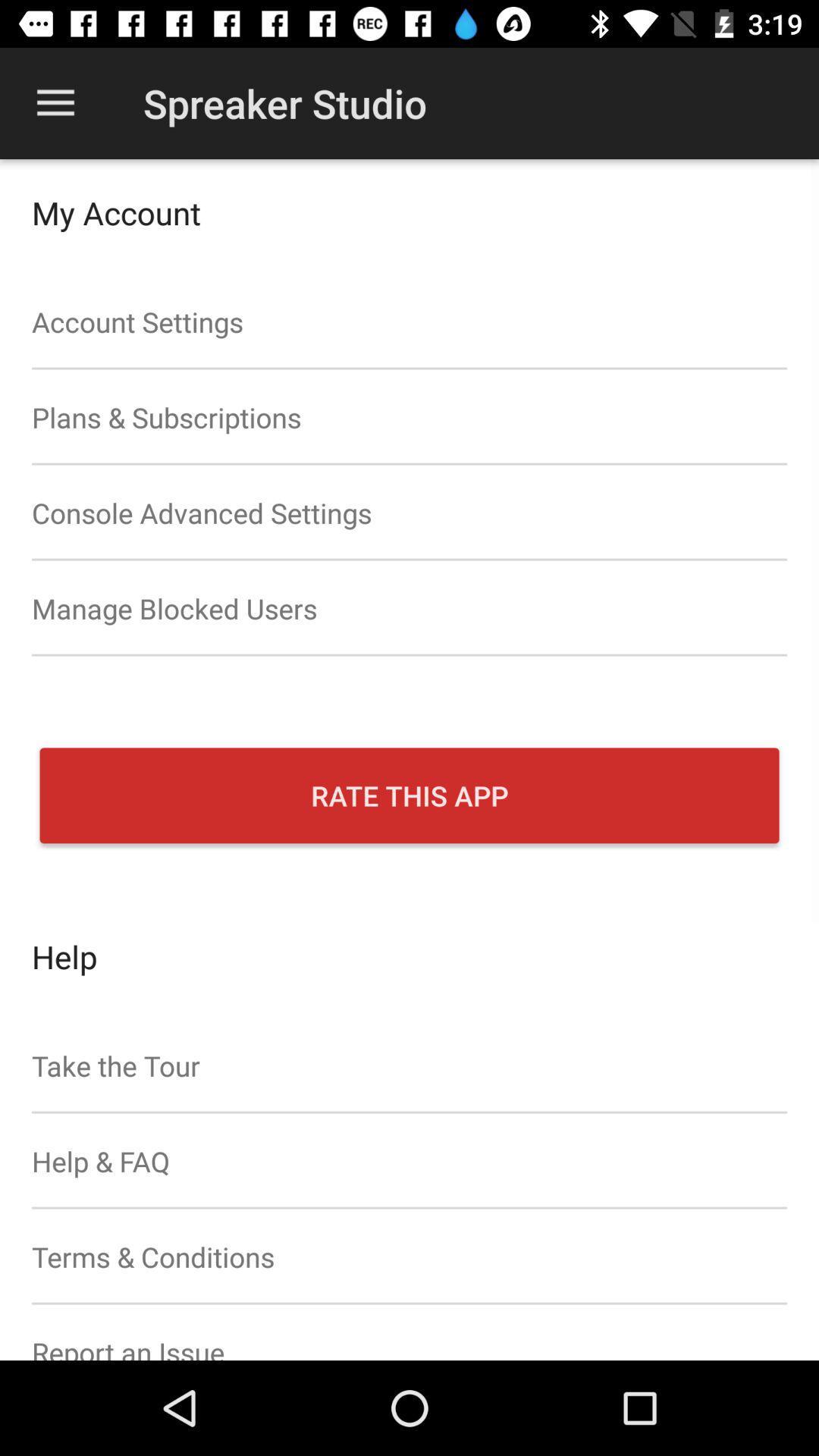 The height and width of the screenshot is (1456, 819). What do you see at coordinates (409, 1065) in the screenshot?
I see `icon above help & faq` at bounding box center [409, 1065].